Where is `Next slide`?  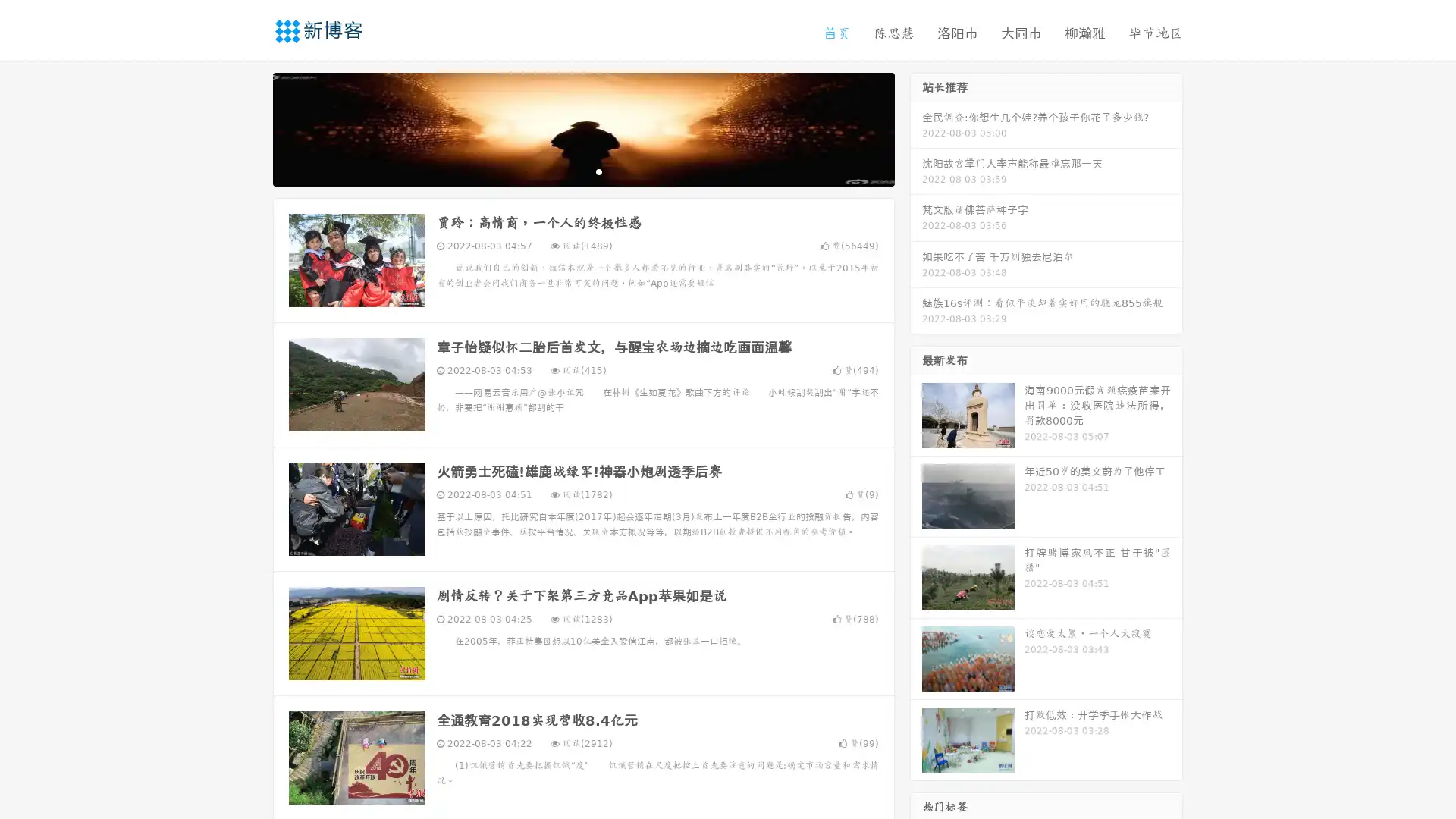 Next slide is located at coordinates (916, 127).